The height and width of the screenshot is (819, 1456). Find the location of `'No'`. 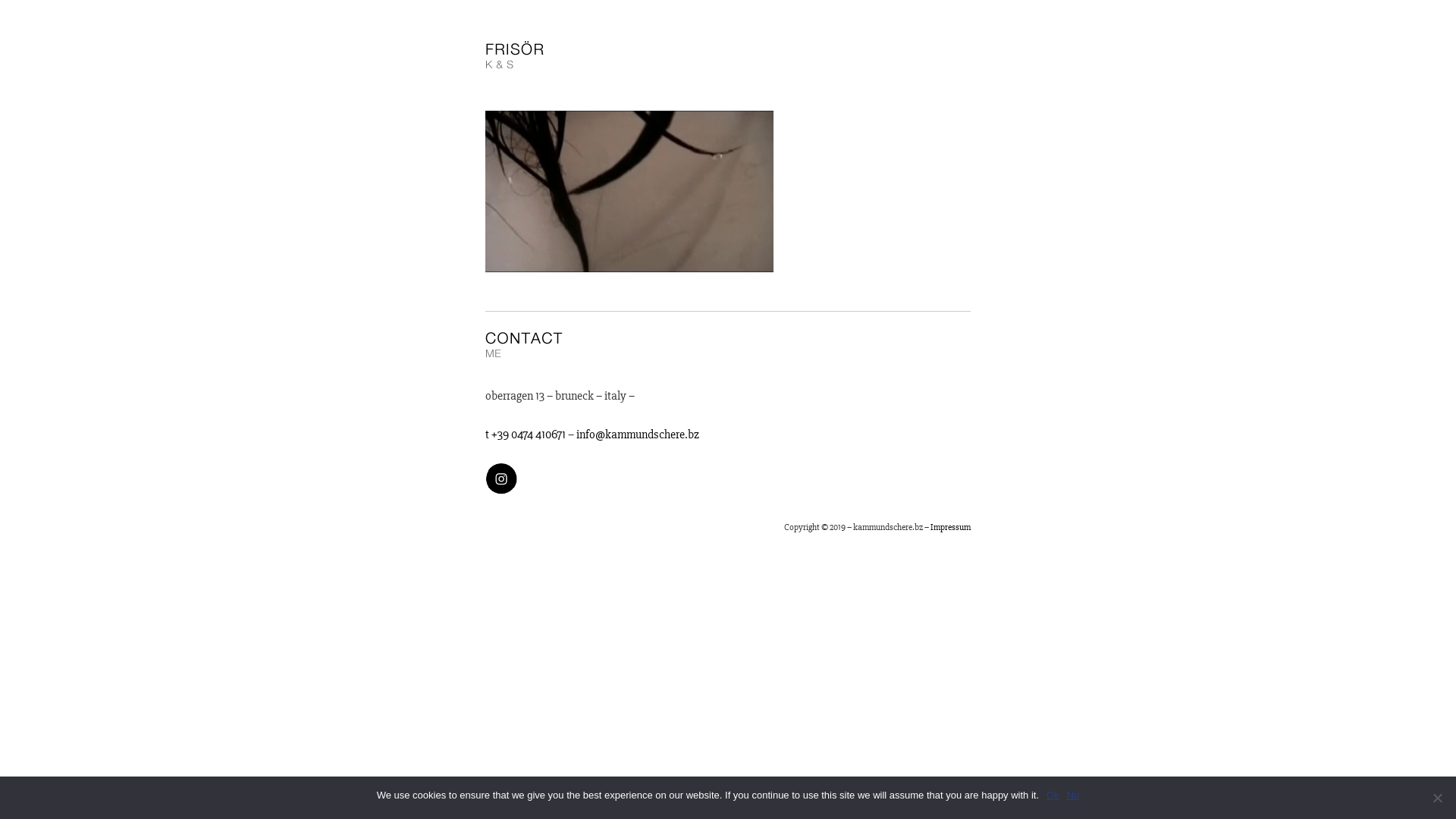

'No' is located at coordinates (1072, 795).